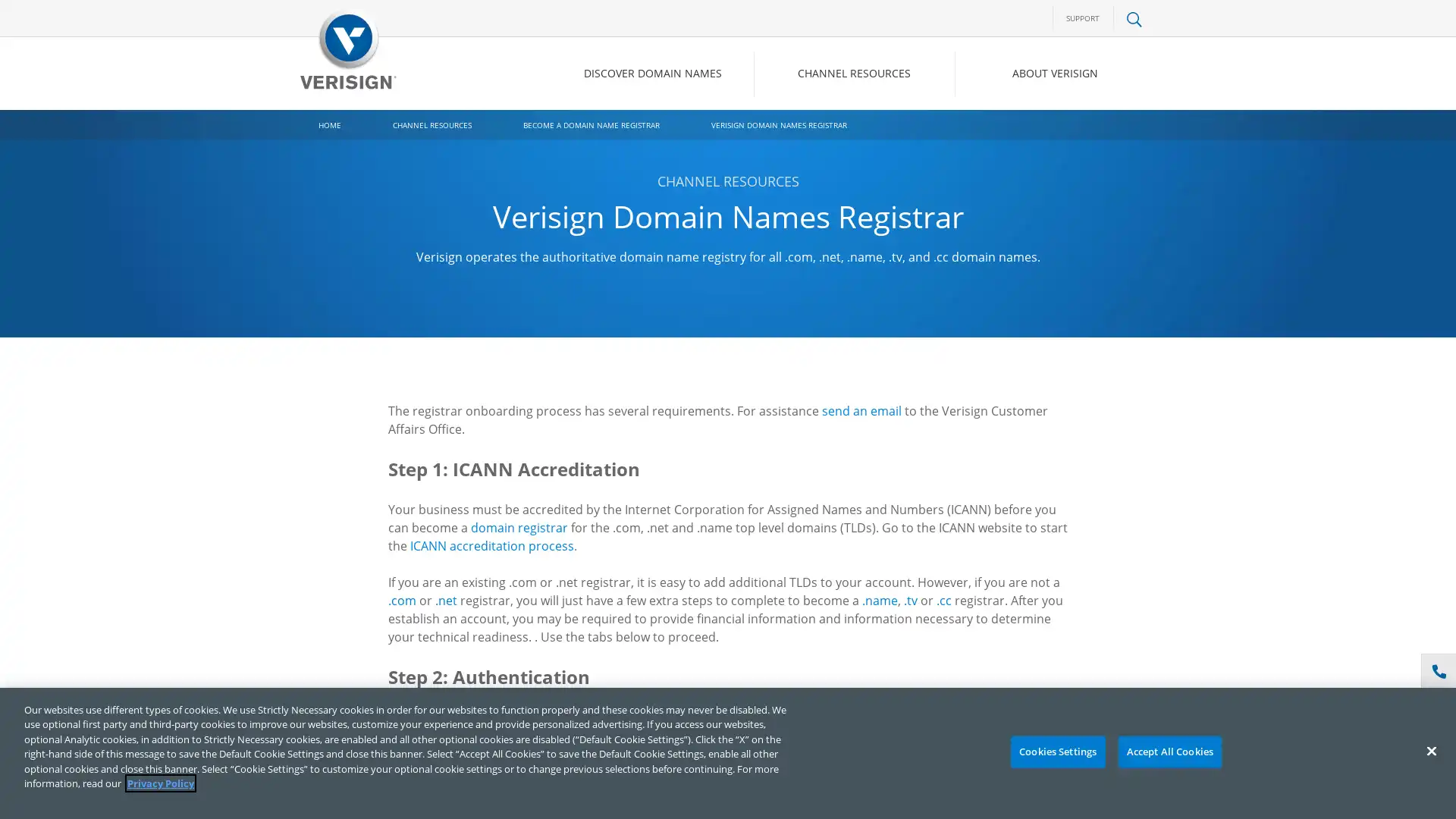 The height and width of the screenshot is (819, 1456). Describe the element at coordinates (1056, 752) in the screenshot. I see `Cookies Settings` at that location.